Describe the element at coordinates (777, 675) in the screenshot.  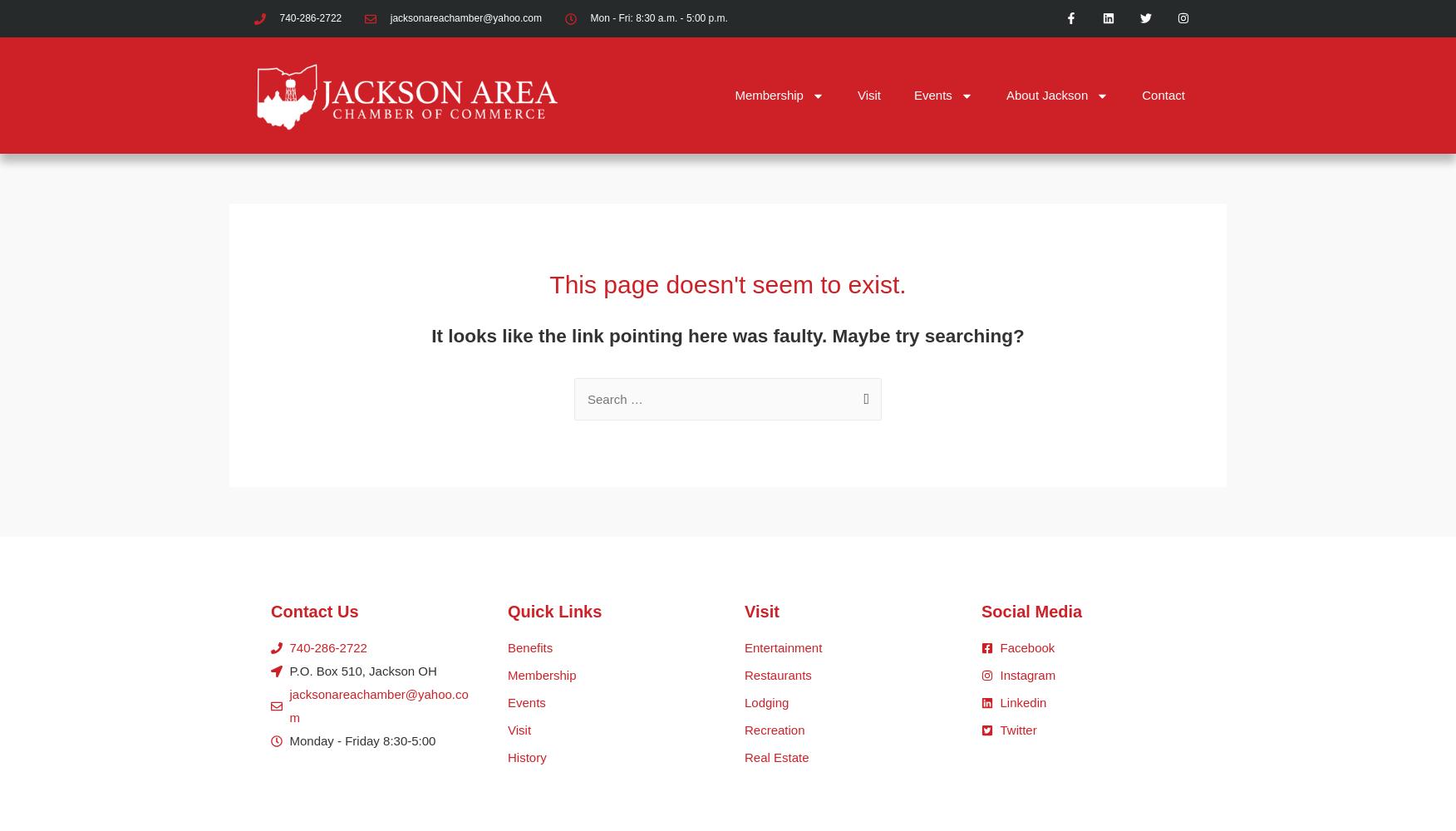
I see `'Restaurants'` at that location.